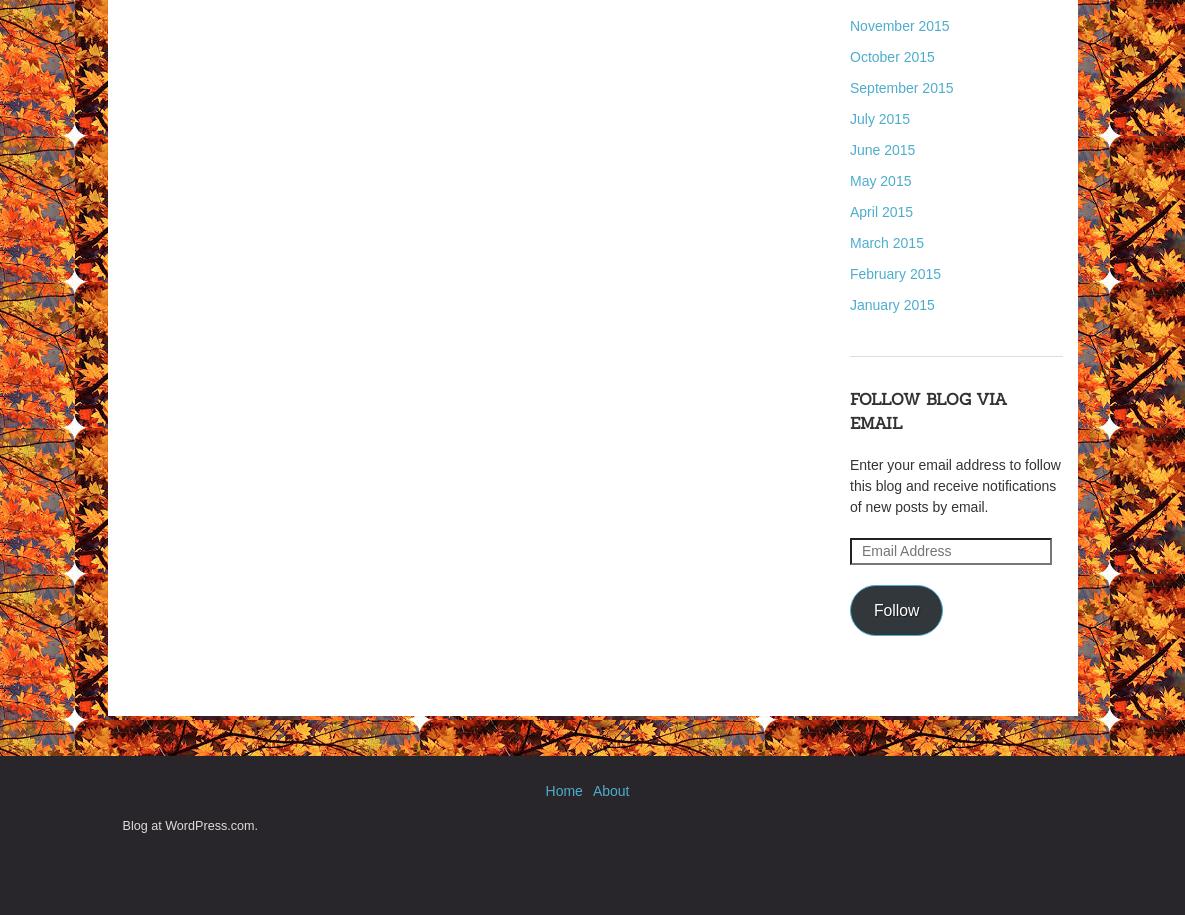 The image size is (1185, 915). I want to click on 'July 2015', so click(879, 119).